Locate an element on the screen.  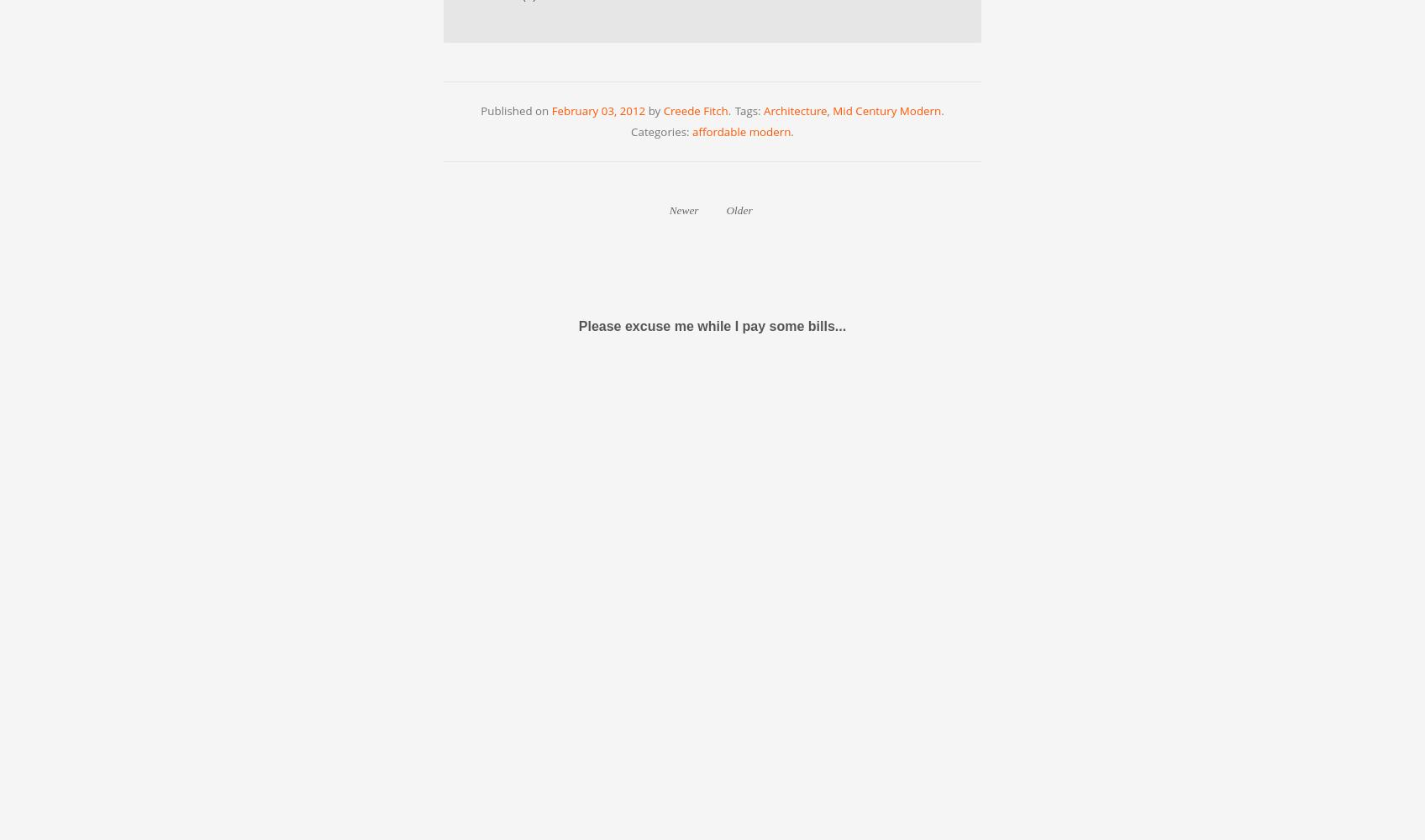
'February 03, 2012' is located at coordinates (597, 110).